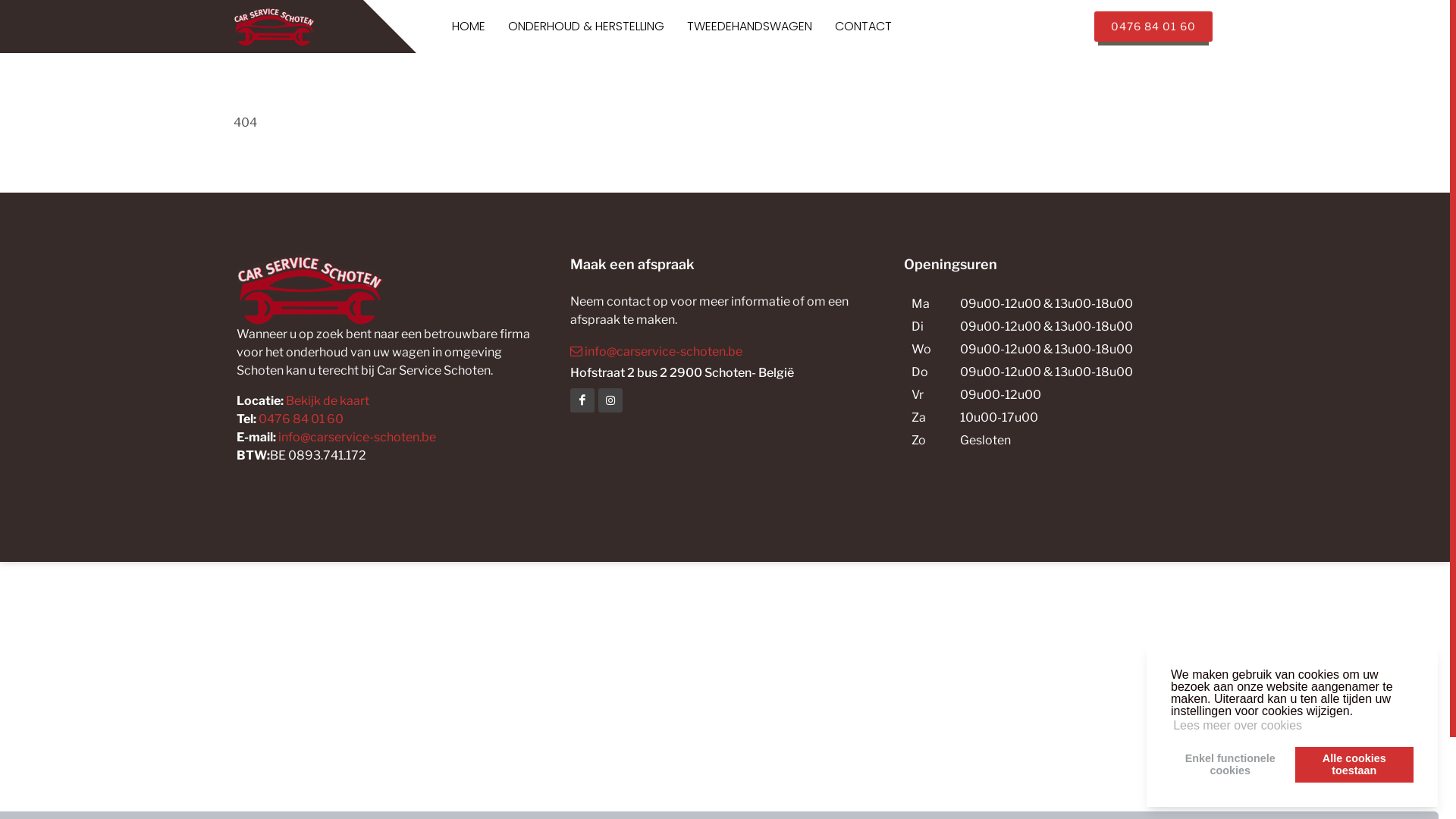 The width and height of the screenshot is (1456, 819). Describe the element at coordinates (675, 26) in the screenshot. I see `'TWEEDEHANDSWAGEN'` at that location.